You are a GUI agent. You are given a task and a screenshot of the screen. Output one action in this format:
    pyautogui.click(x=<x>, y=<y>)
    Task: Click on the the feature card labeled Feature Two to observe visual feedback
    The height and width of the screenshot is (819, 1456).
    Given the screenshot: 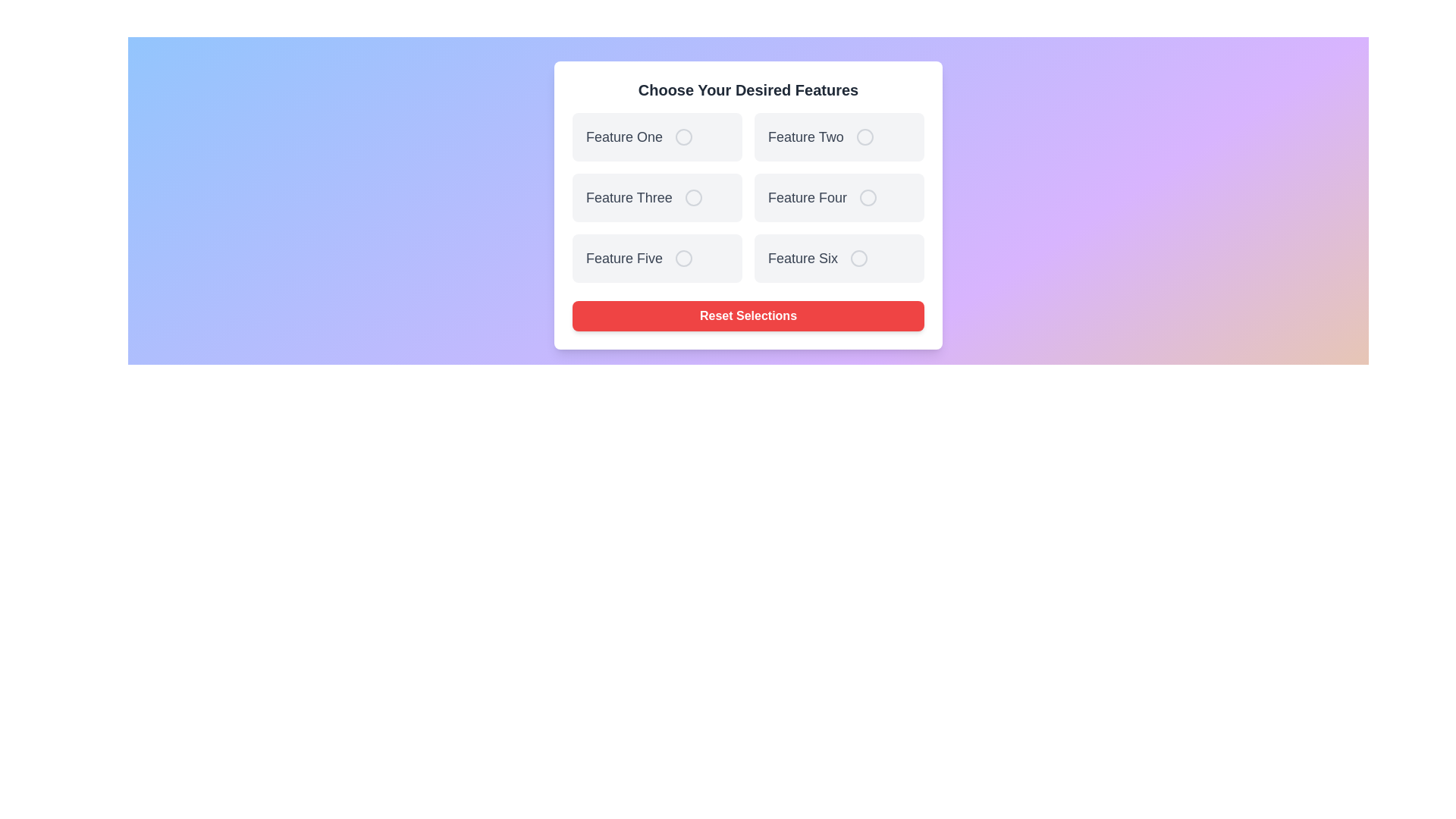 What is the action you would take?
    pyautogui.click(x=839, y=137)
    